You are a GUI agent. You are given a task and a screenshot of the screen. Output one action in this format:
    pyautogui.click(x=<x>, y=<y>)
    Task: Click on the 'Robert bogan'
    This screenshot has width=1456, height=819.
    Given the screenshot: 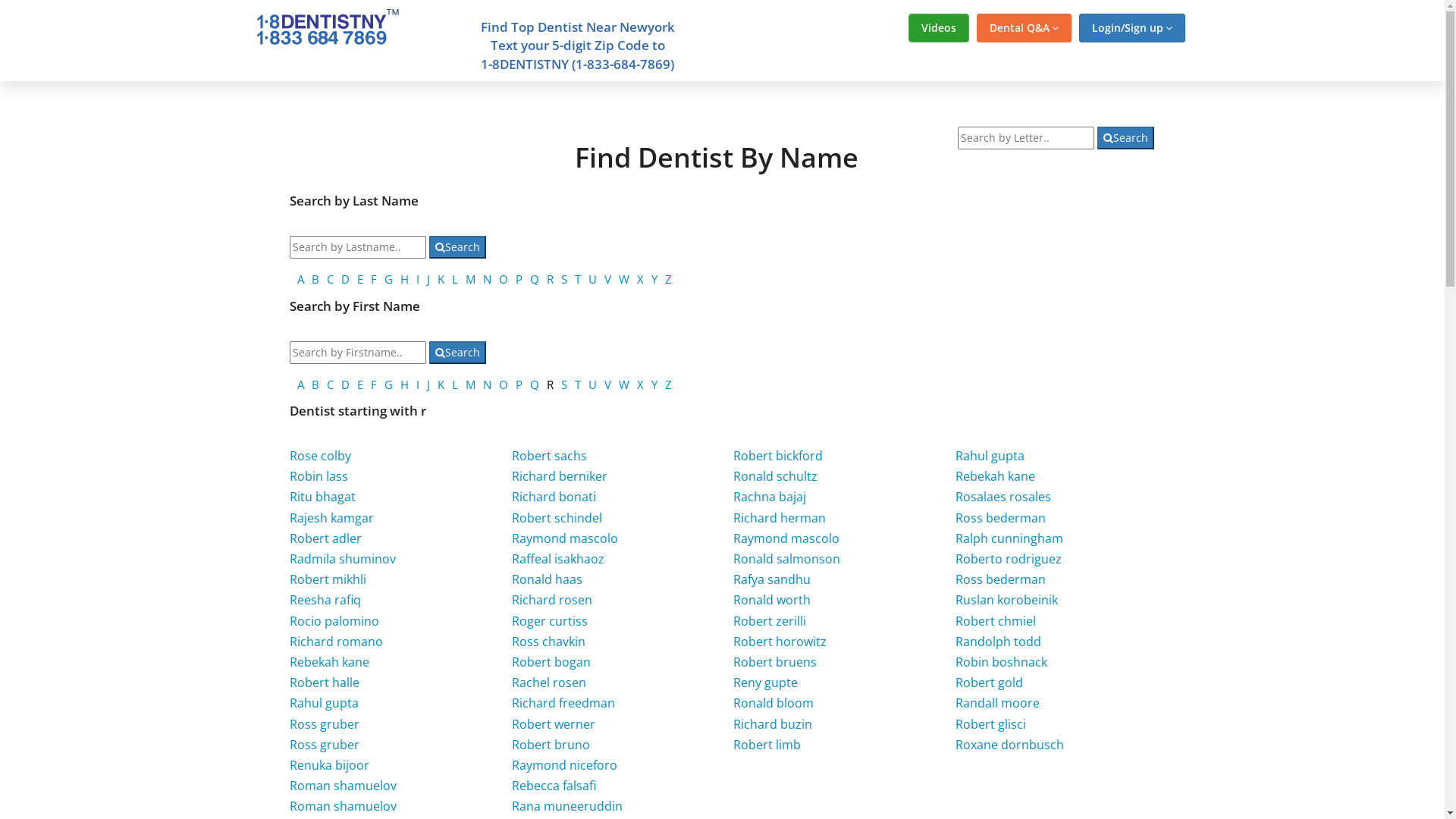 What is the action you would take?
    pyautogui.click(x=550, y=661)
    